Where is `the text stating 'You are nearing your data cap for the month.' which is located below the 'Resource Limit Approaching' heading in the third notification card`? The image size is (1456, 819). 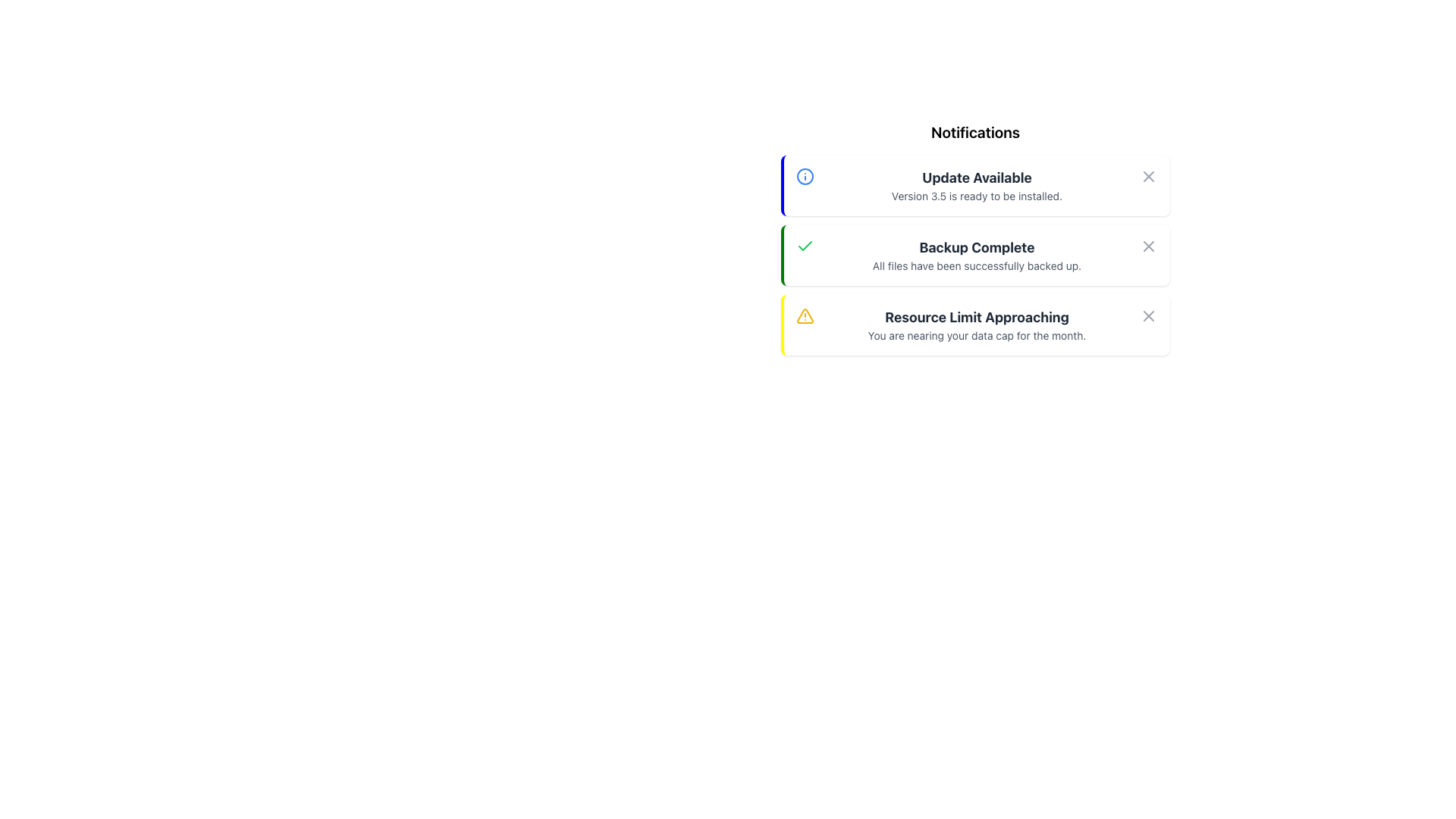 the text stating 'You are nearing your data cap for the month.' which is located below the 'Resource Limit Approaching' heading in the third notification card is located at coordinates (977, 335).